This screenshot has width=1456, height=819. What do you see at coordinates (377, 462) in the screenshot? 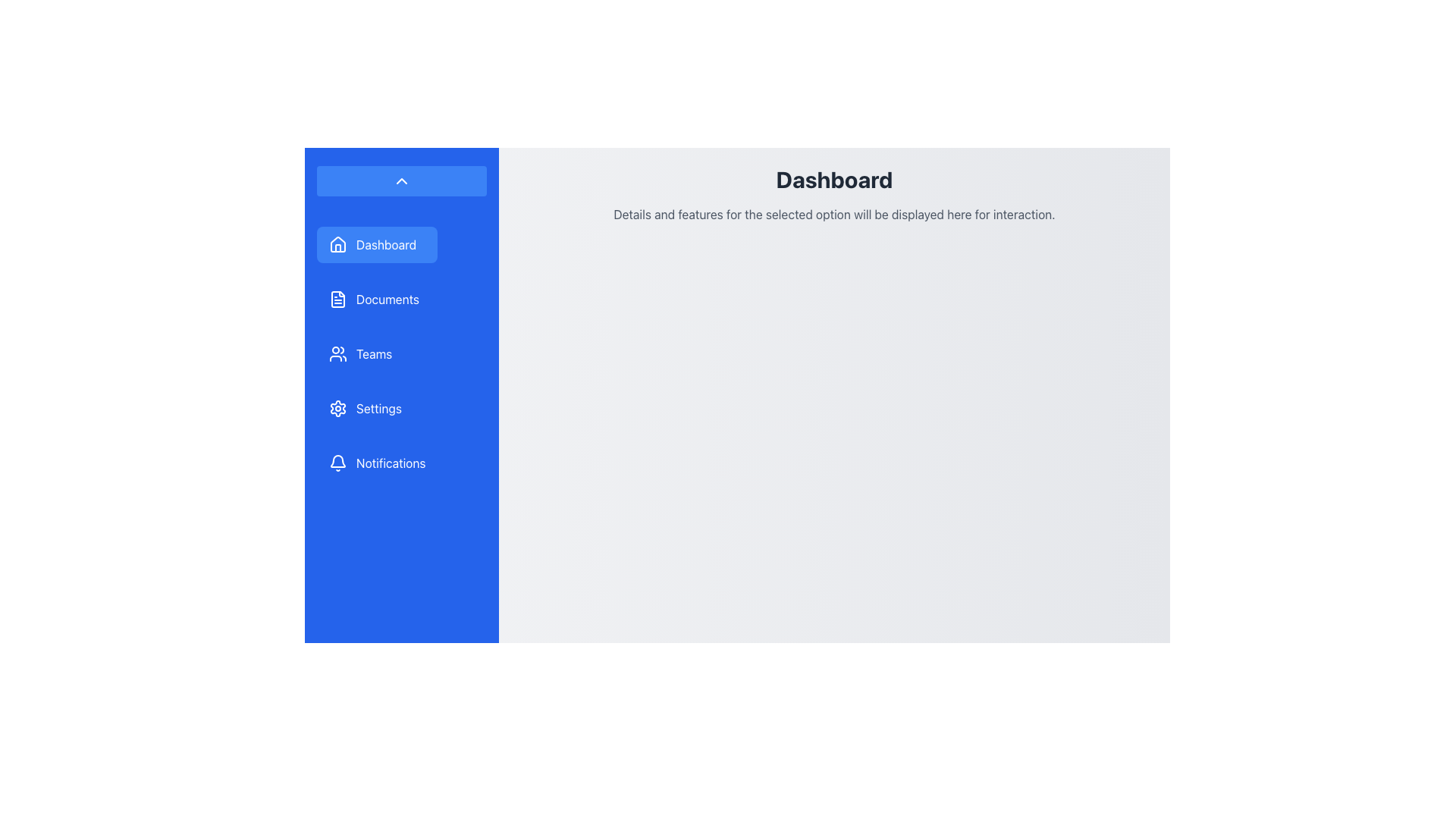
I see `the 'Notifications' button in the left vertical navigation menu for keyboard navigation access` at bounding box center [377, 462].